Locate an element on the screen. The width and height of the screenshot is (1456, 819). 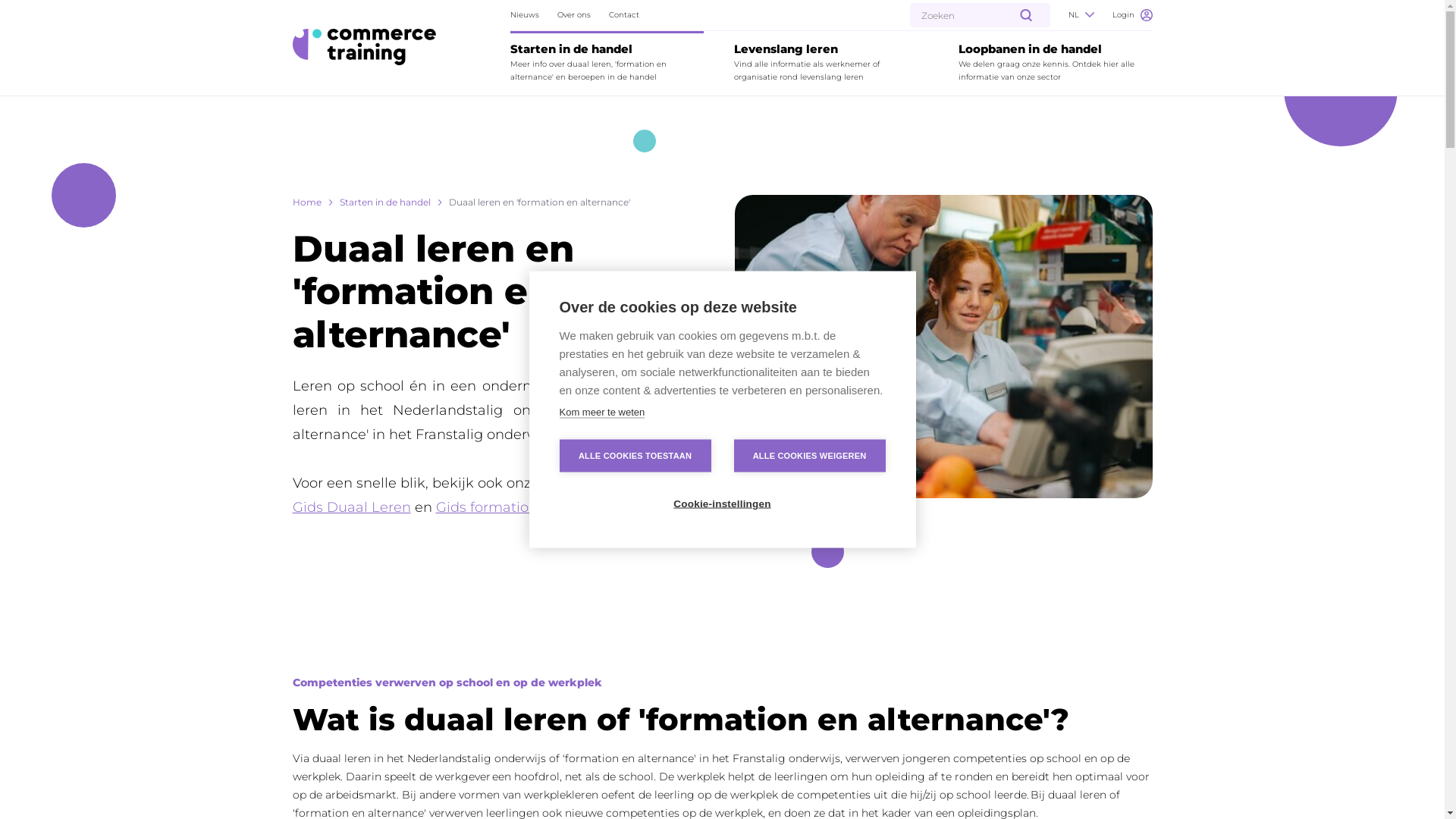
'Kom meer te weten' is located at coordinates (559, 412).